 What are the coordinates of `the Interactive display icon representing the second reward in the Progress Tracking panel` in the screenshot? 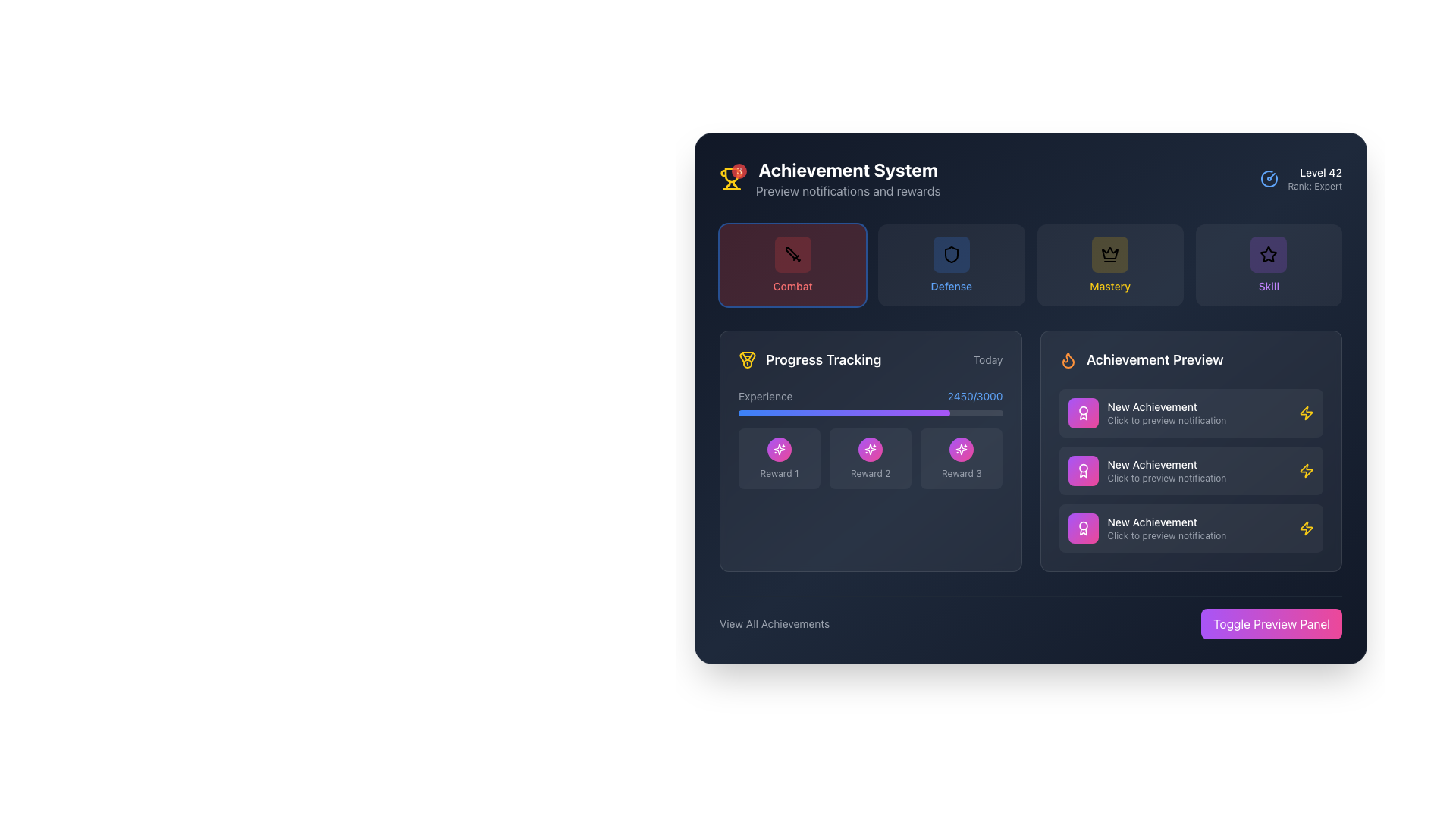 It's located at (871, 458).